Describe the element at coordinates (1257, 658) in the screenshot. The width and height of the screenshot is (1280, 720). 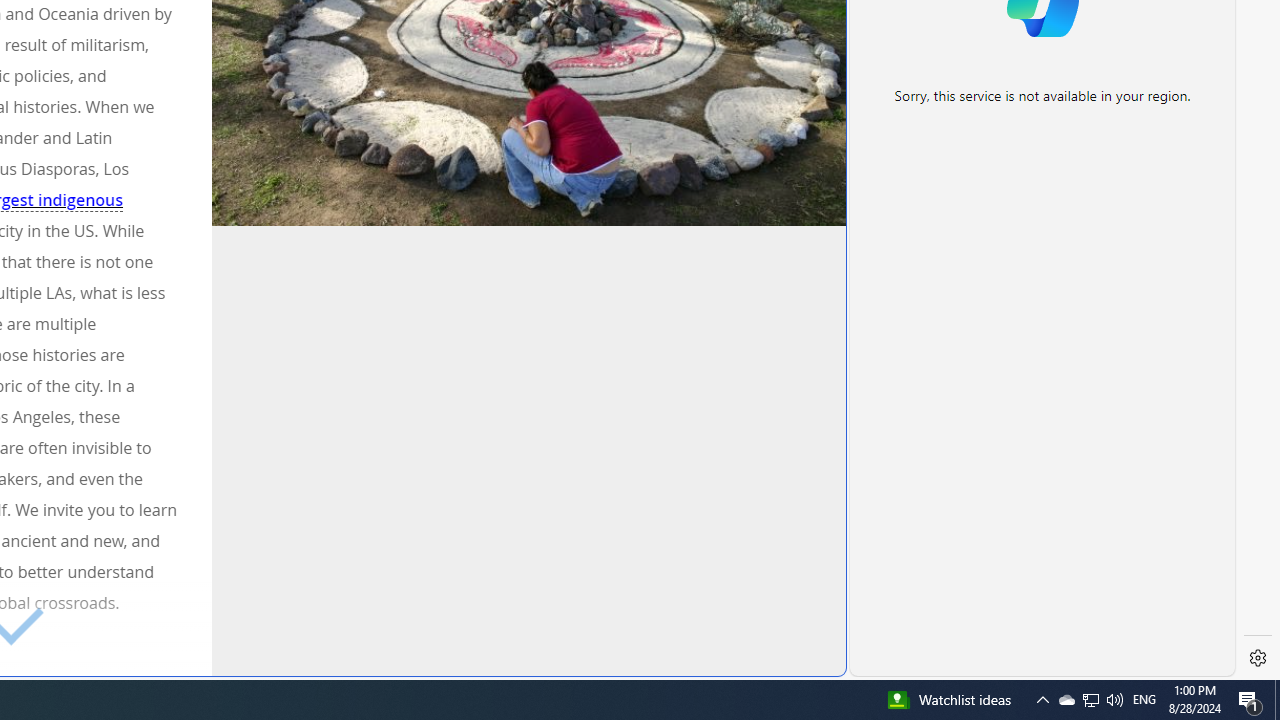
I see `'Settings'` at that location.